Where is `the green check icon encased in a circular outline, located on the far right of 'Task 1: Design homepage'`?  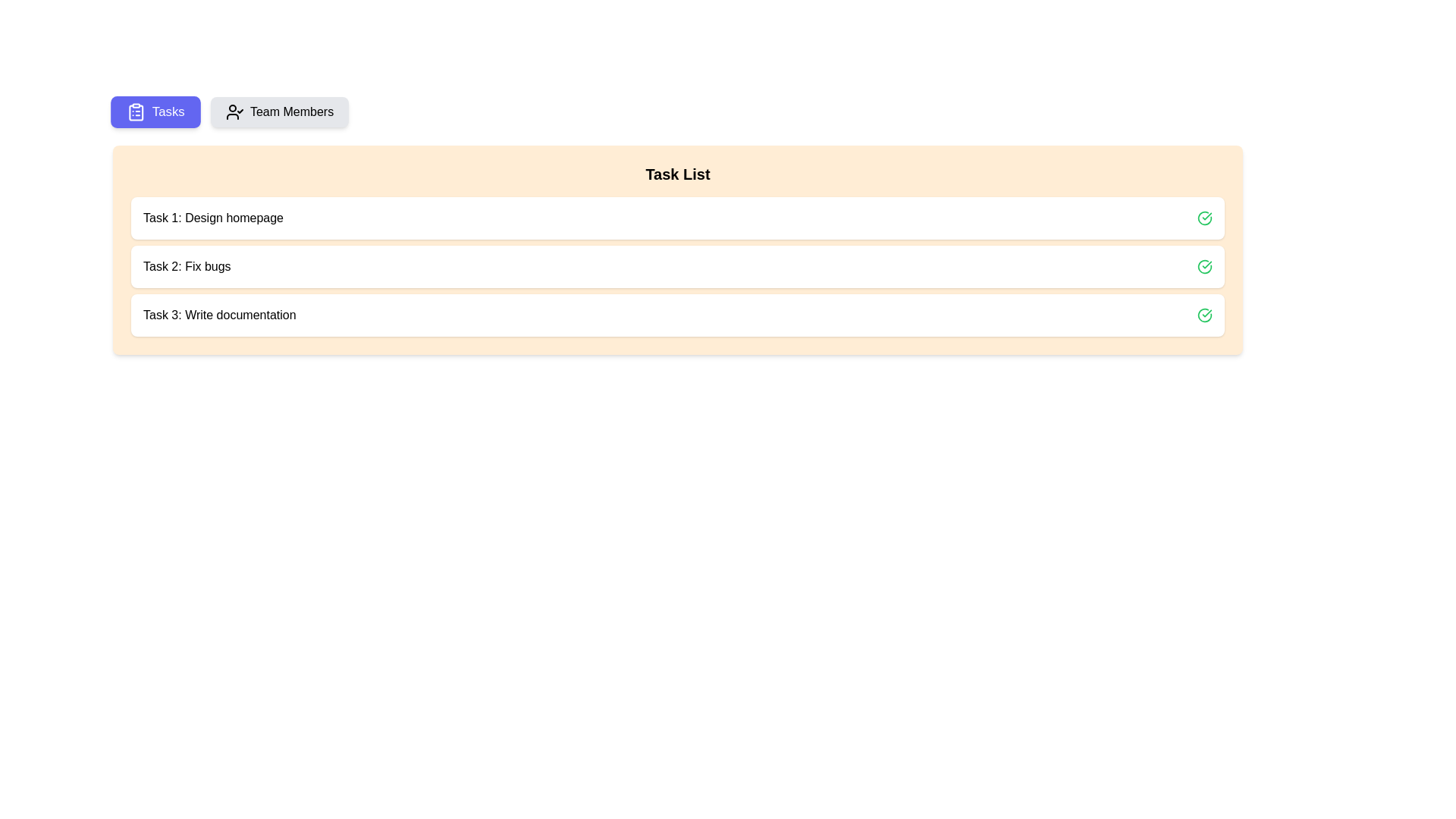
the green check icon encased in a circular outline, located on the far right of 'Task 1: Design homepage' is located at coordinates (1203, 218).